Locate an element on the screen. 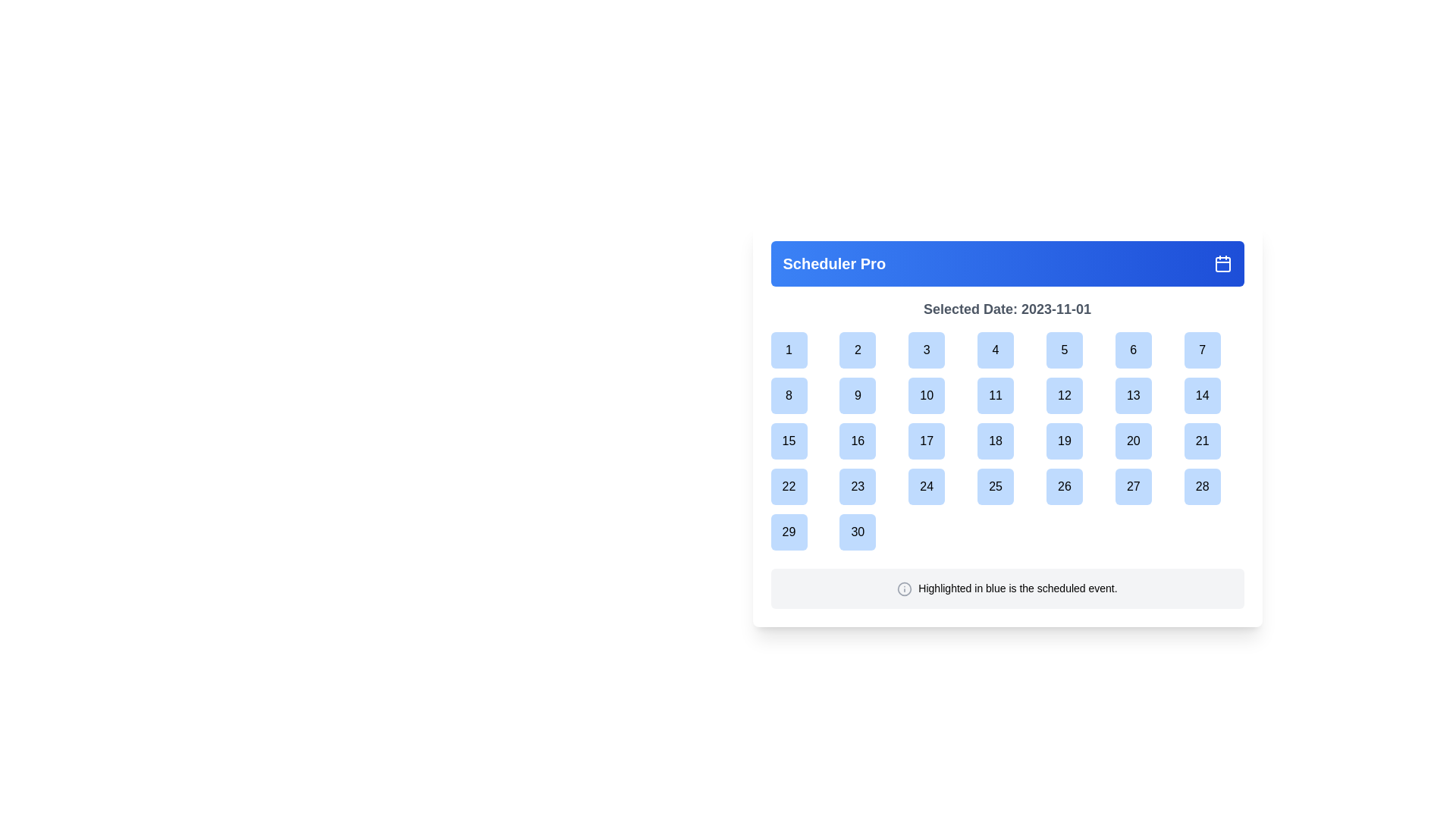 The height and width of the screenshot is (819, 1456). the button representing the seventh day in the calendar grid, located in the first row and seventh column, which shows the tooltip 'No Event' when hovered is located at coordinates (1201, 350).